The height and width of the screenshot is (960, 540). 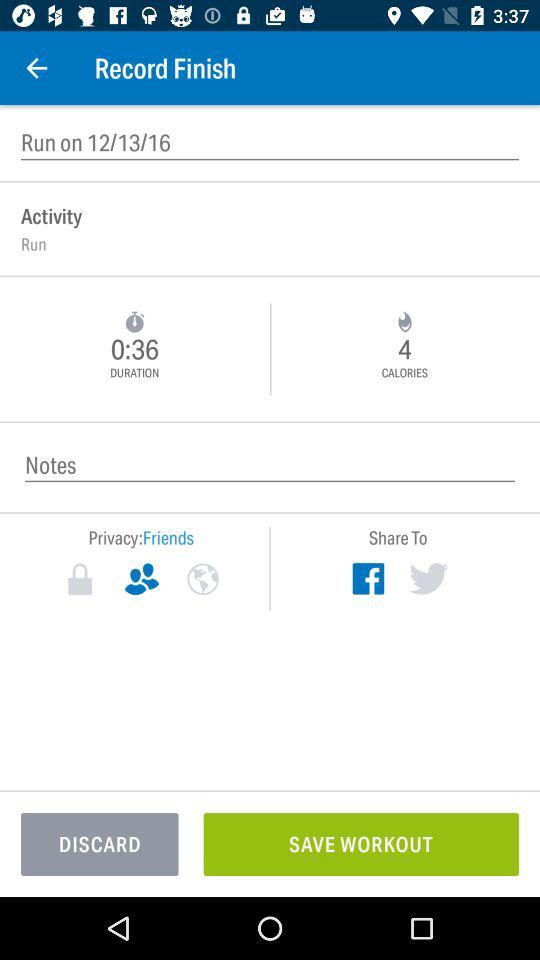 What do you see at coordinates (360, 843) in the screenshot?
I see `item next to discard` at bounding box center [360, 843].